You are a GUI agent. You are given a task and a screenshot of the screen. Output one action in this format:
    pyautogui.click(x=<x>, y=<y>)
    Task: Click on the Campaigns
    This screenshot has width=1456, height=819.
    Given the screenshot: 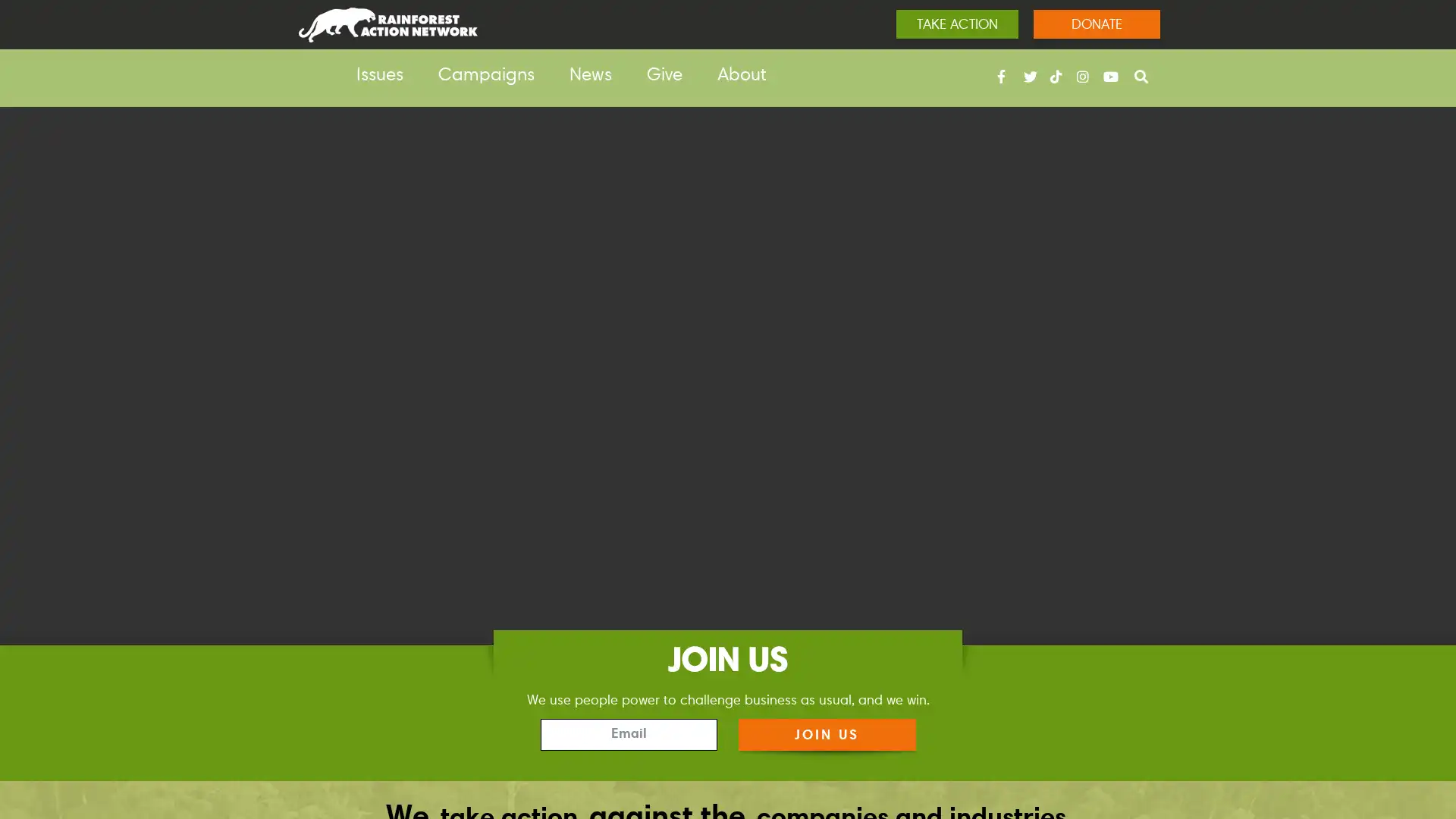 What is the action you would take?
    pyautogui.click(x=486, y=76)
    